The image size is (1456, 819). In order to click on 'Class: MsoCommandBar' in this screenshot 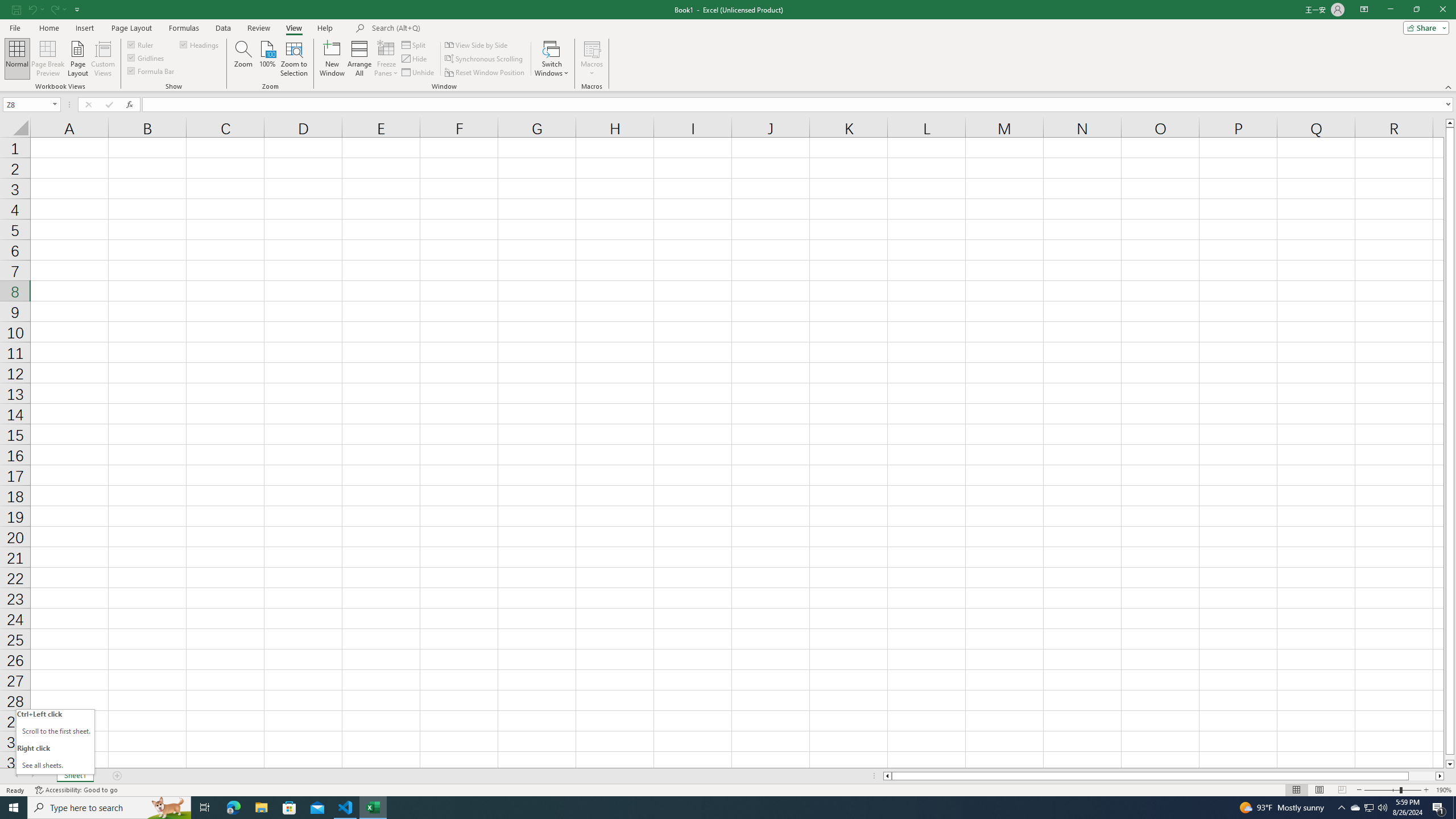, I will do `click(728, 45)`.